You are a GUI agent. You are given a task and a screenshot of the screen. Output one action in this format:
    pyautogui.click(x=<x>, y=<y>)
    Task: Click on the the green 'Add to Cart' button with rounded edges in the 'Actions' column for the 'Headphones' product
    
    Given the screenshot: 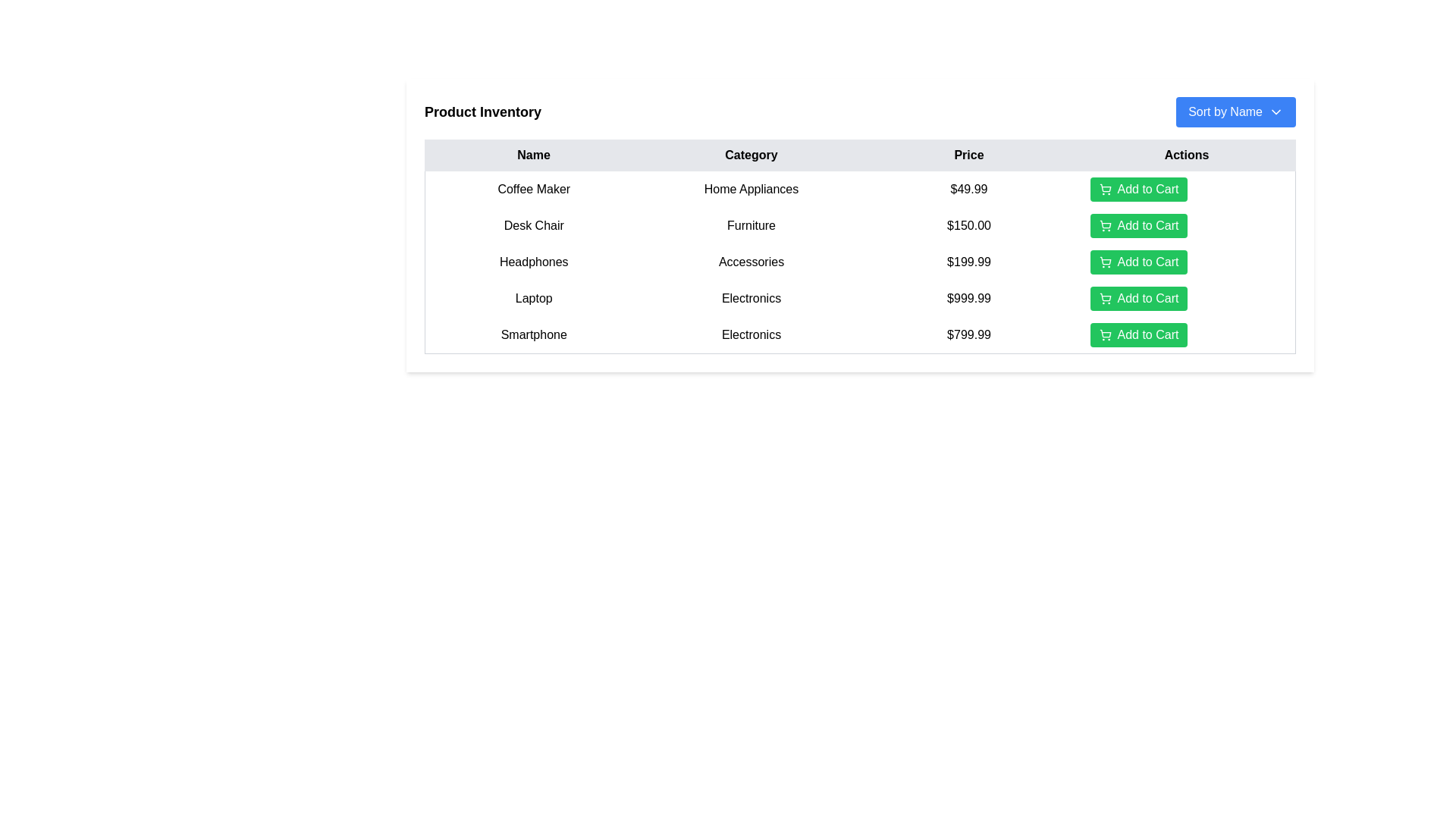 What is the action you would take?
    pyautogui.click(x=1139, y=262)
    